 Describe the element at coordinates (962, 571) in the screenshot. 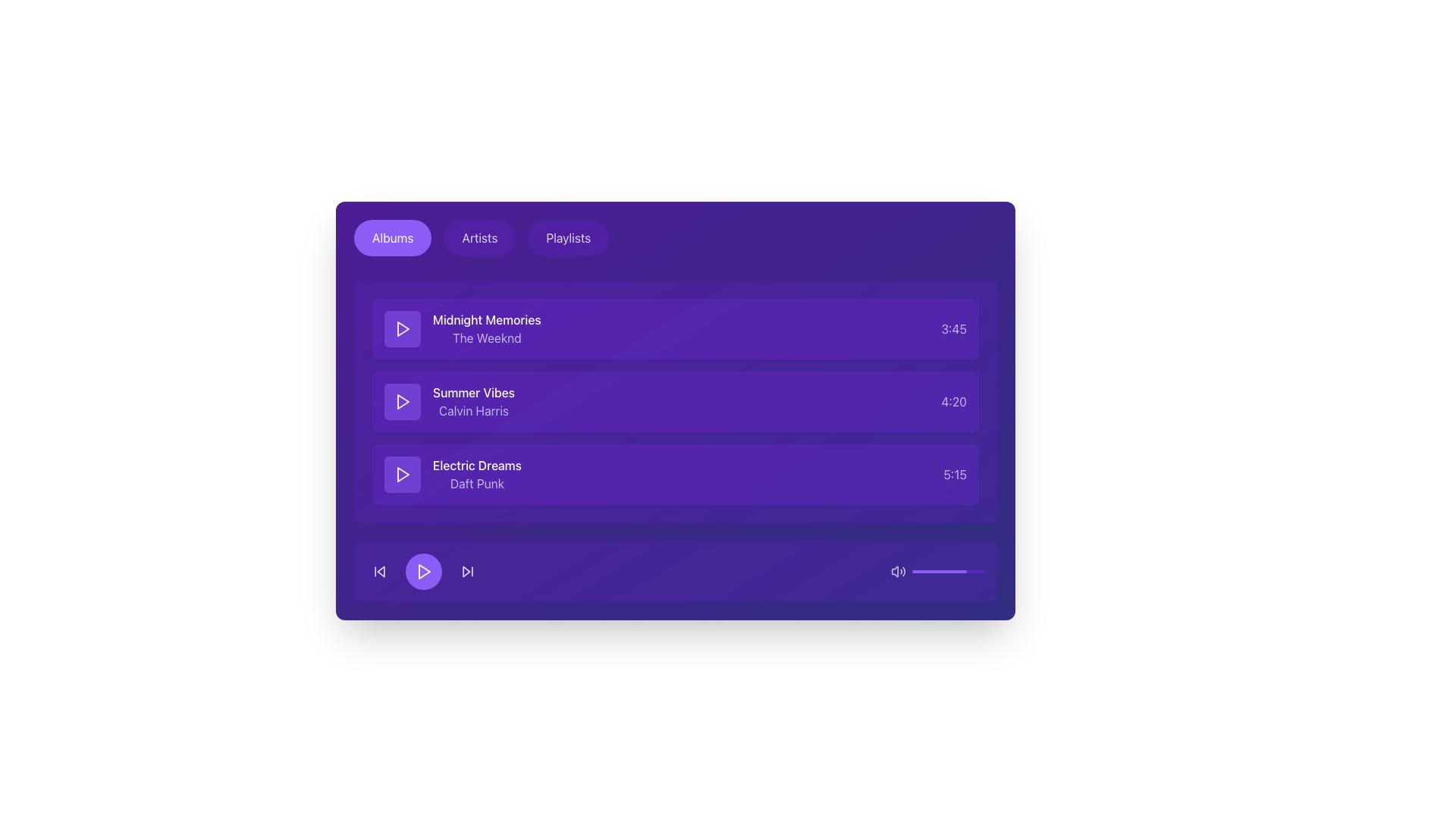

I see `the volume` at that location.